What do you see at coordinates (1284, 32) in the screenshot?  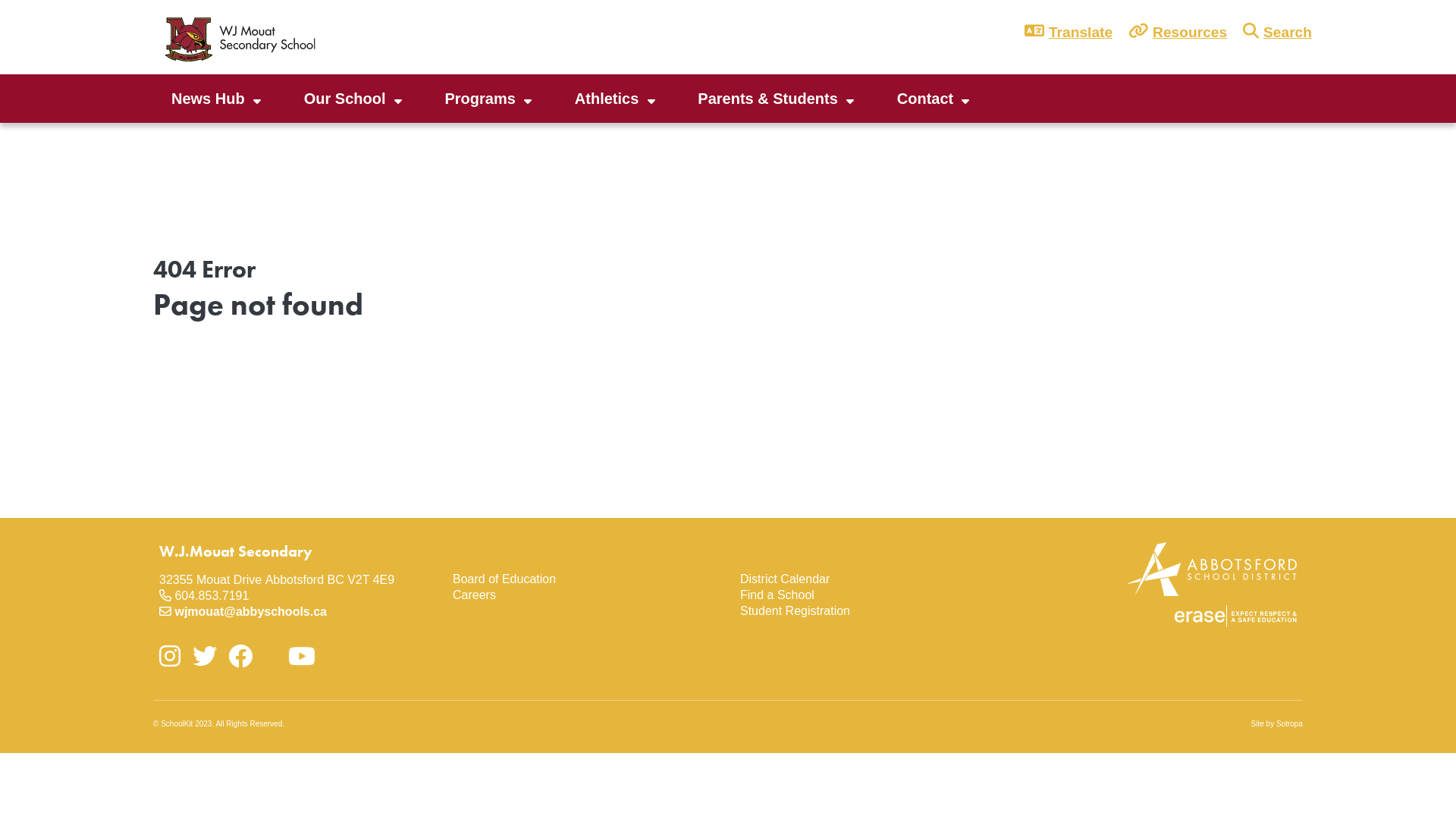 I see `'Search'` at bounding box center [1284, 32].